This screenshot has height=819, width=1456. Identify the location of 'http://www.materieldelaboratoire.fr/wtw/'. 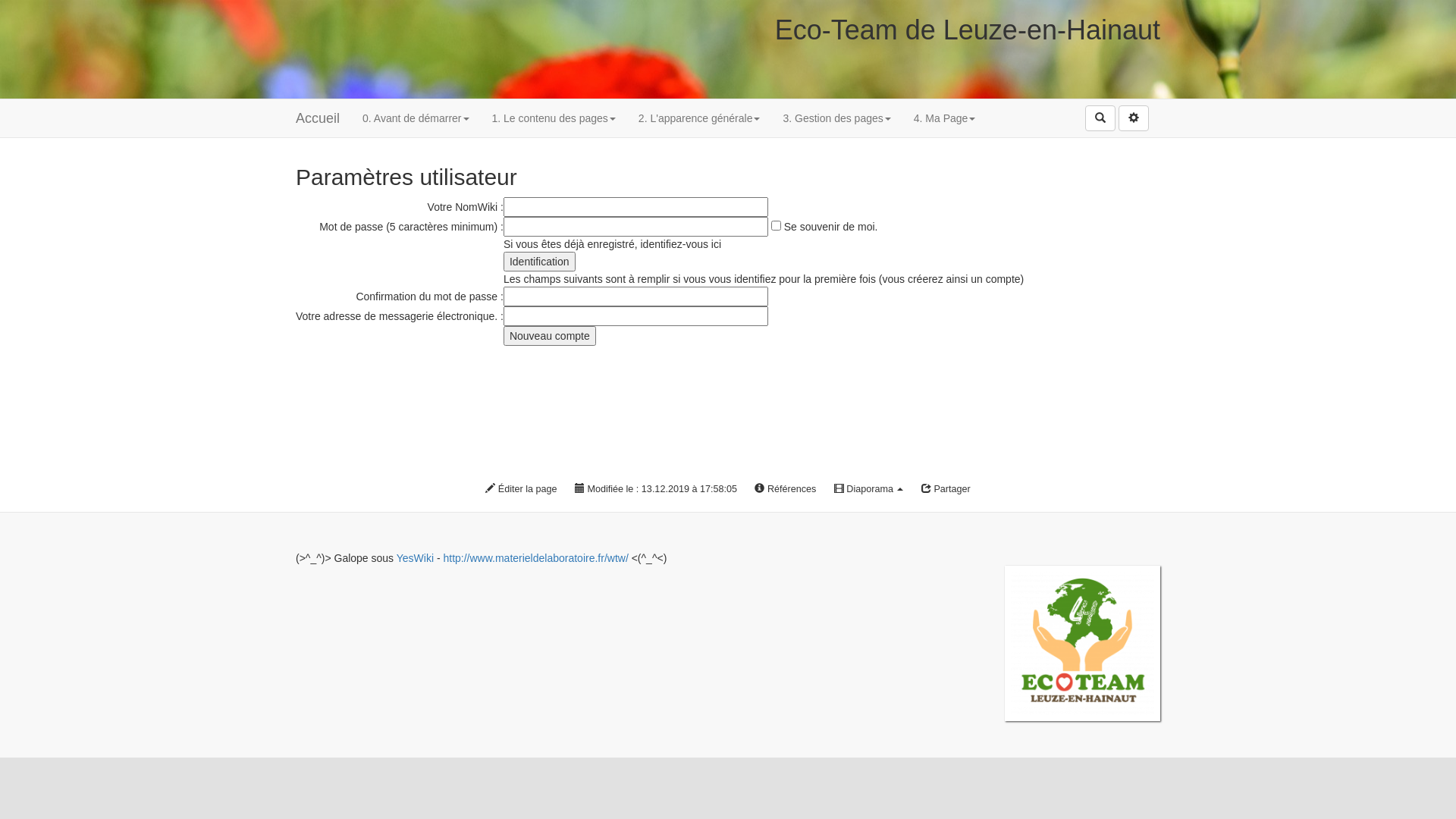
(535, 558).